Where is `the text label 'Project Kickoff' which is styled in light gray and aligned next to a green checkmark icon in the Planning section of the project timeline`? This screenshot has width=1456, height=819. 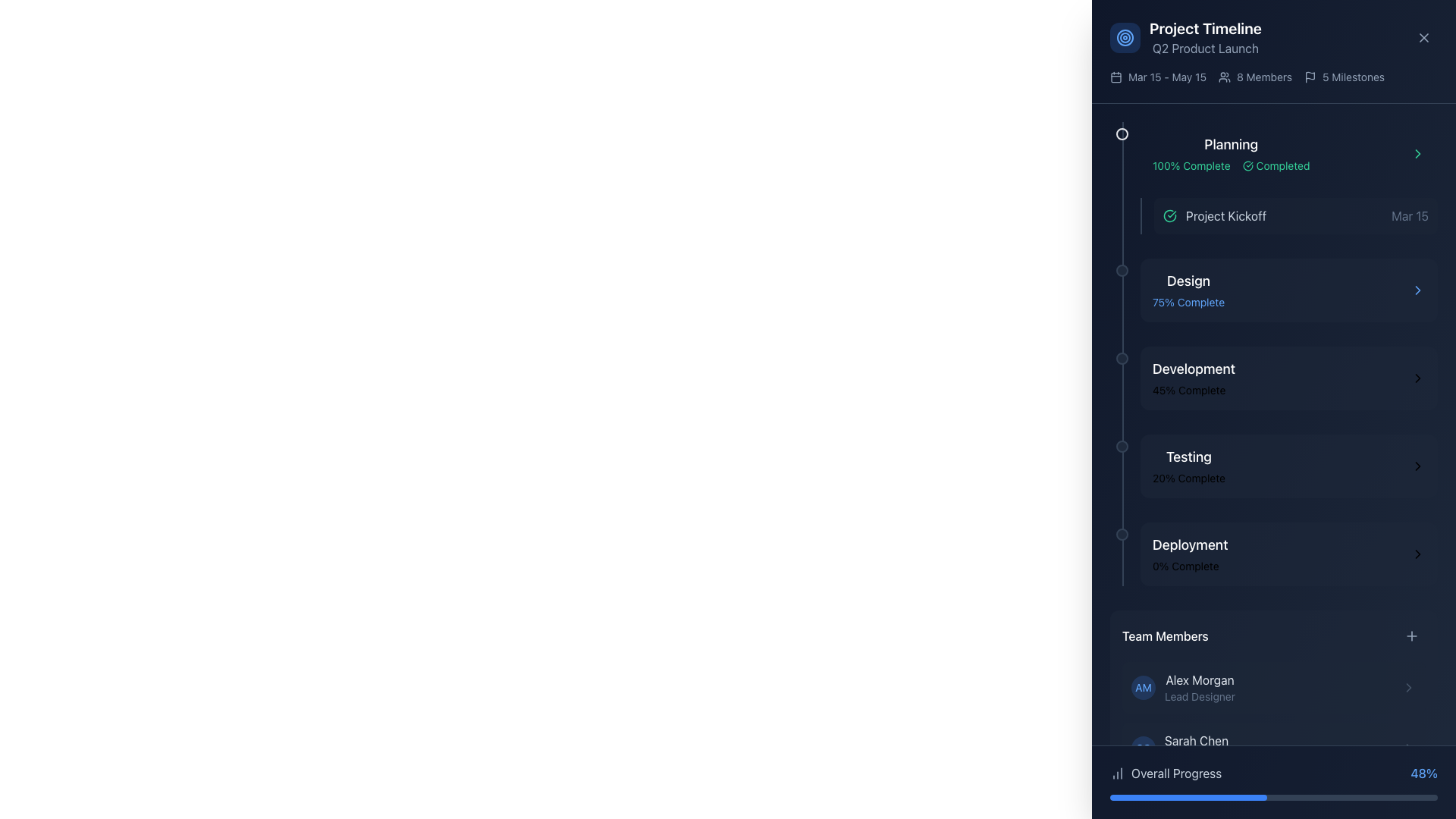 the text label 'Project Kickoff' which is styled in light gray and aligned next to a green checkmark icon in the Planning section of the project timeline is located at coordinates (1226, 216).